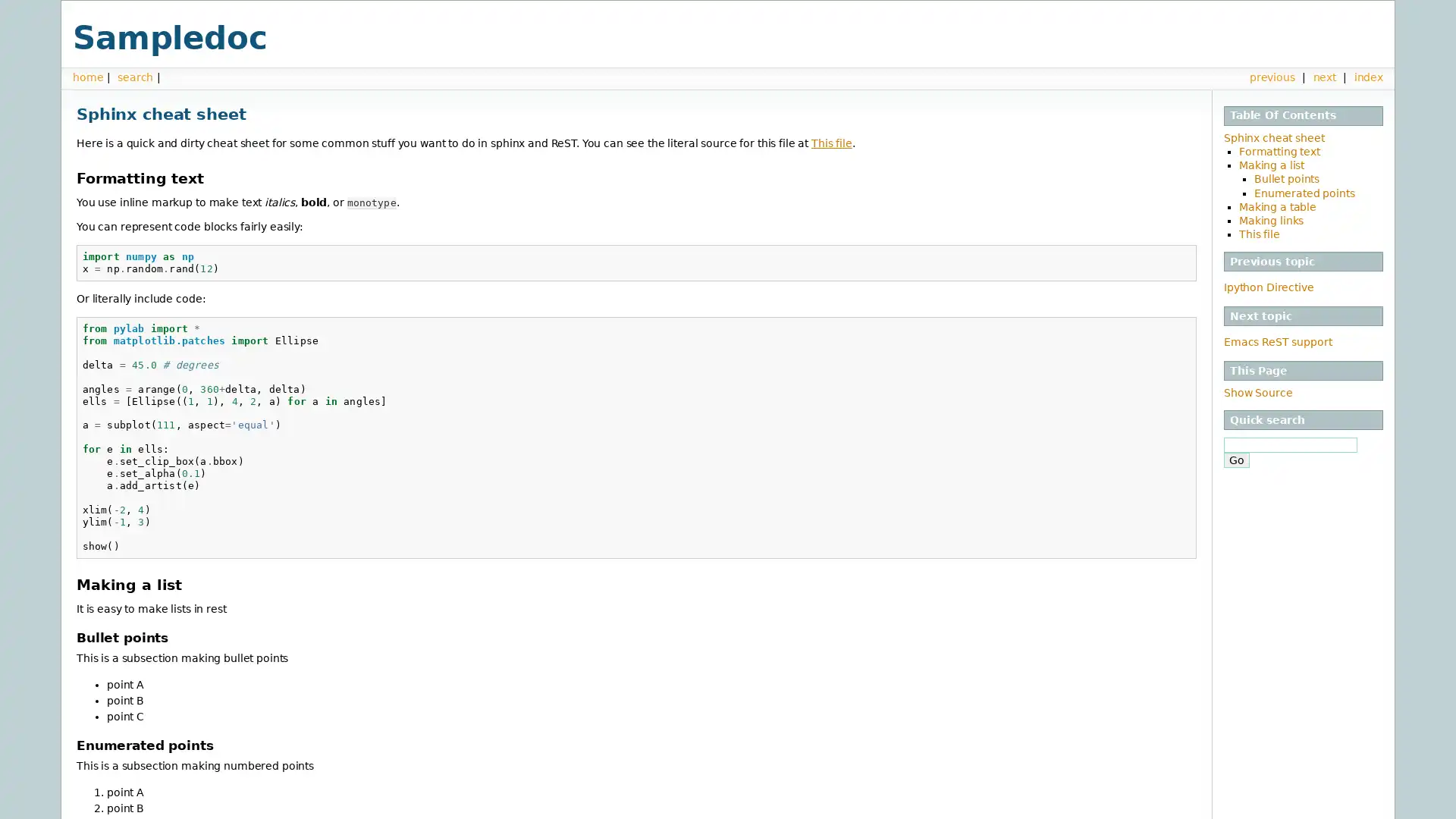  Describe the element at coordinates (1237, 458) in the screenshot. I see `Go` at that location.